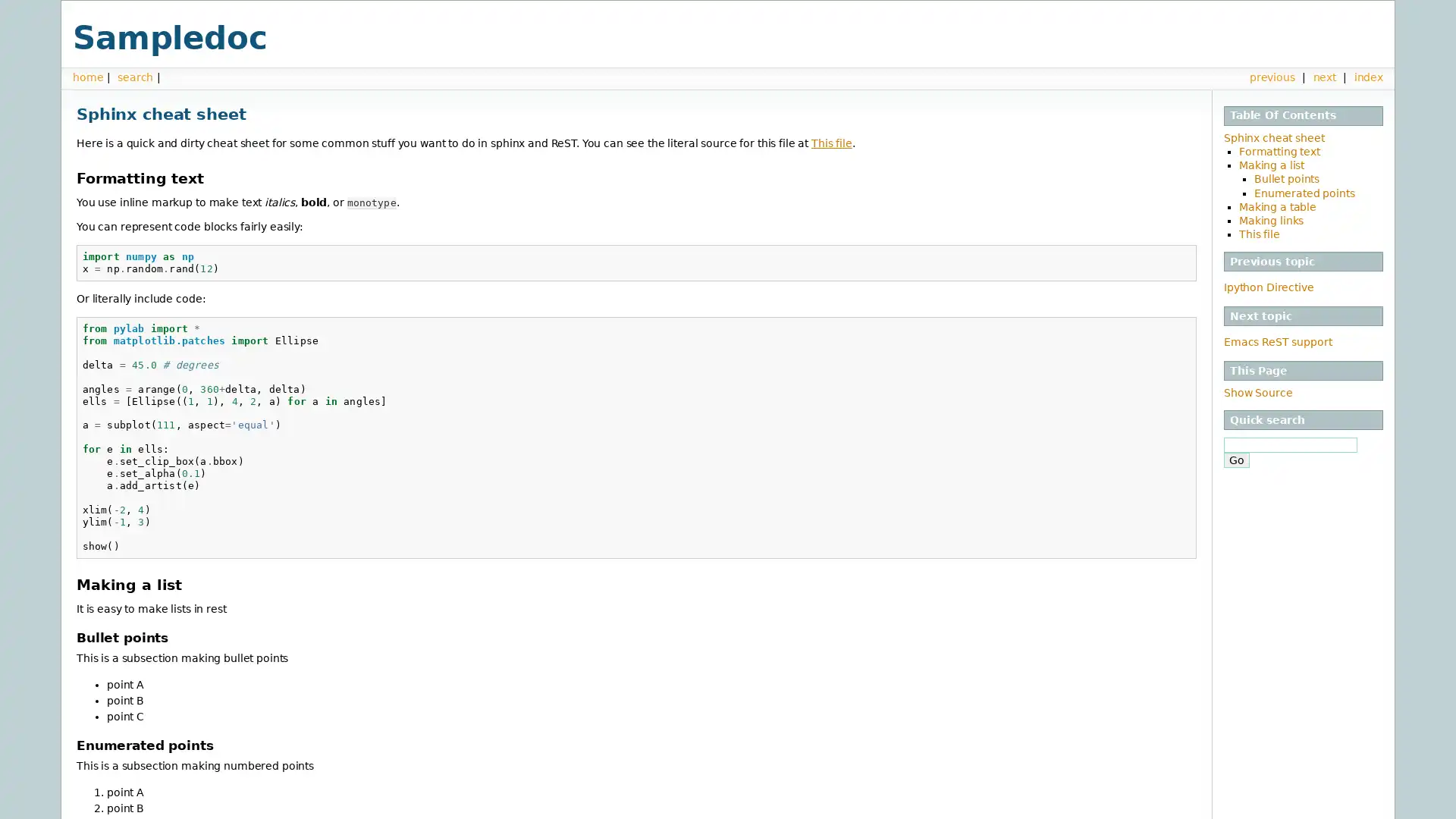  Describe the element at coordinates (1237, 458) in the screenshot. I see `Go` at that location.